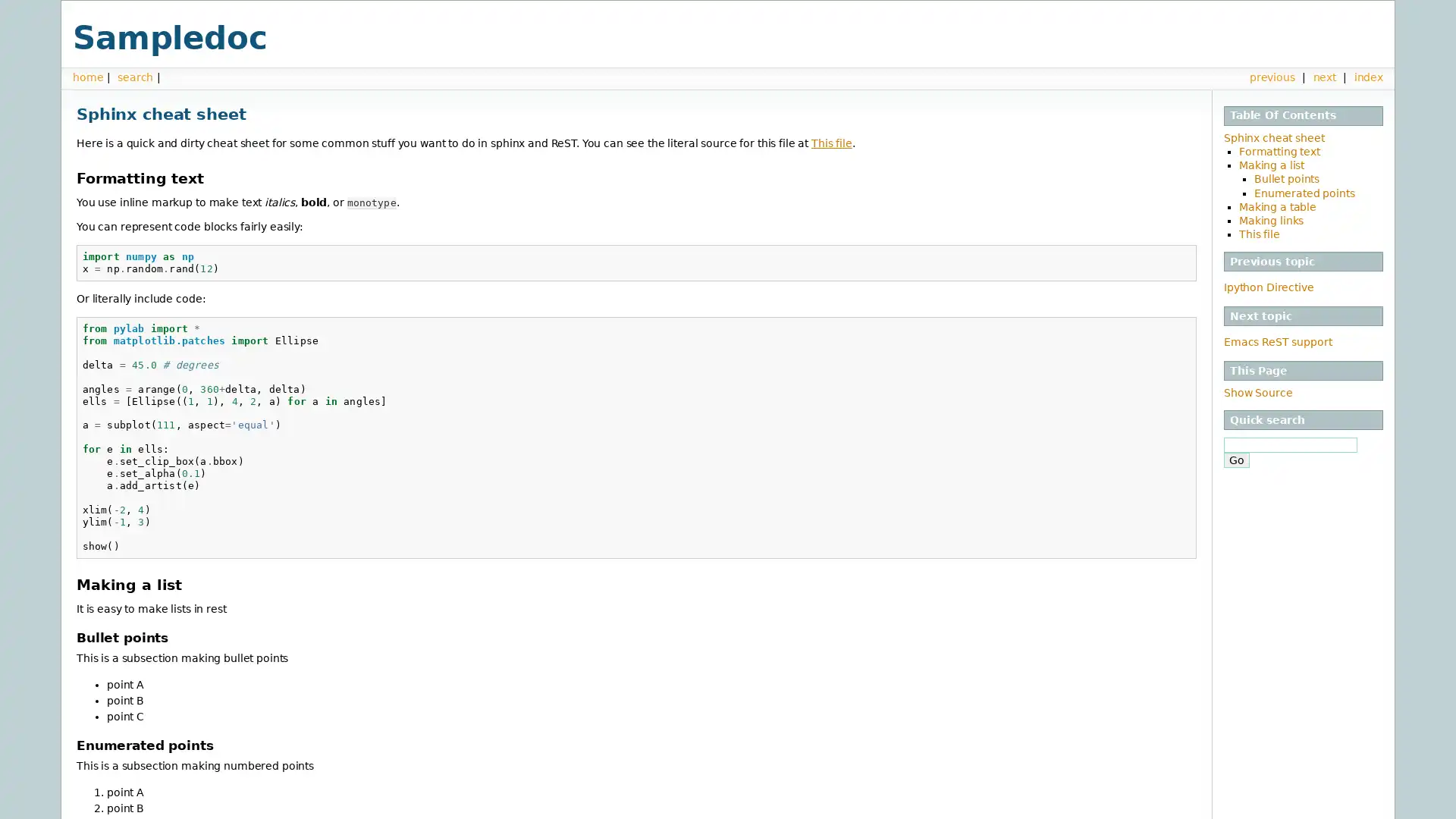  Describe the element at coordinates (1237, 458) in the screenshot. I see `Go` at that location.